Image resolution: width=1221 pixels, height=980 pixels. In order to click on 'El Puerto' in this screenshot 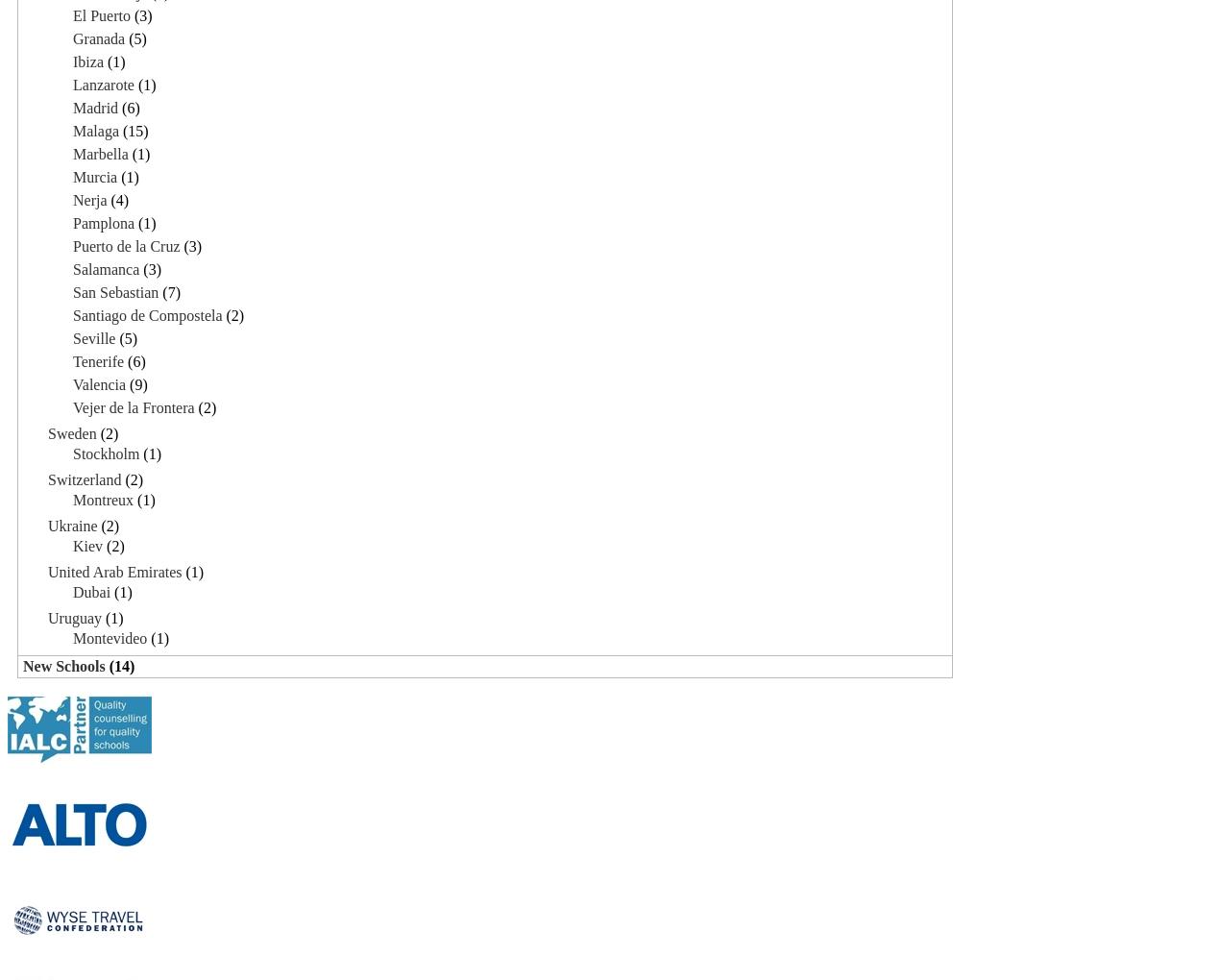, I will do `click(102, 13)`.